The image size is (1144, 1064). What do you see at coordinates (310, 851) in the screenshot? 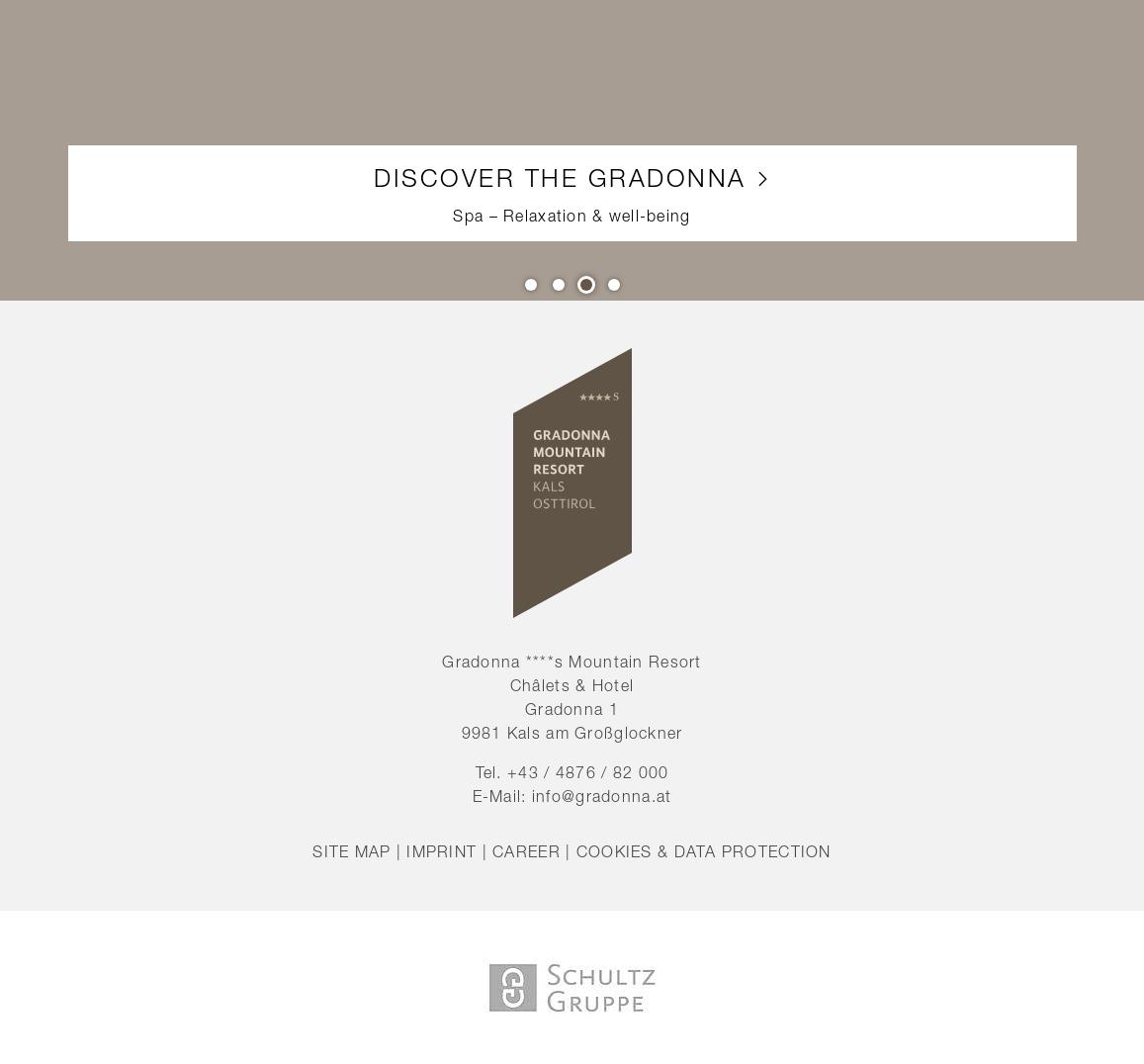
I see `'Site map'` at bounding box center [310, 851].